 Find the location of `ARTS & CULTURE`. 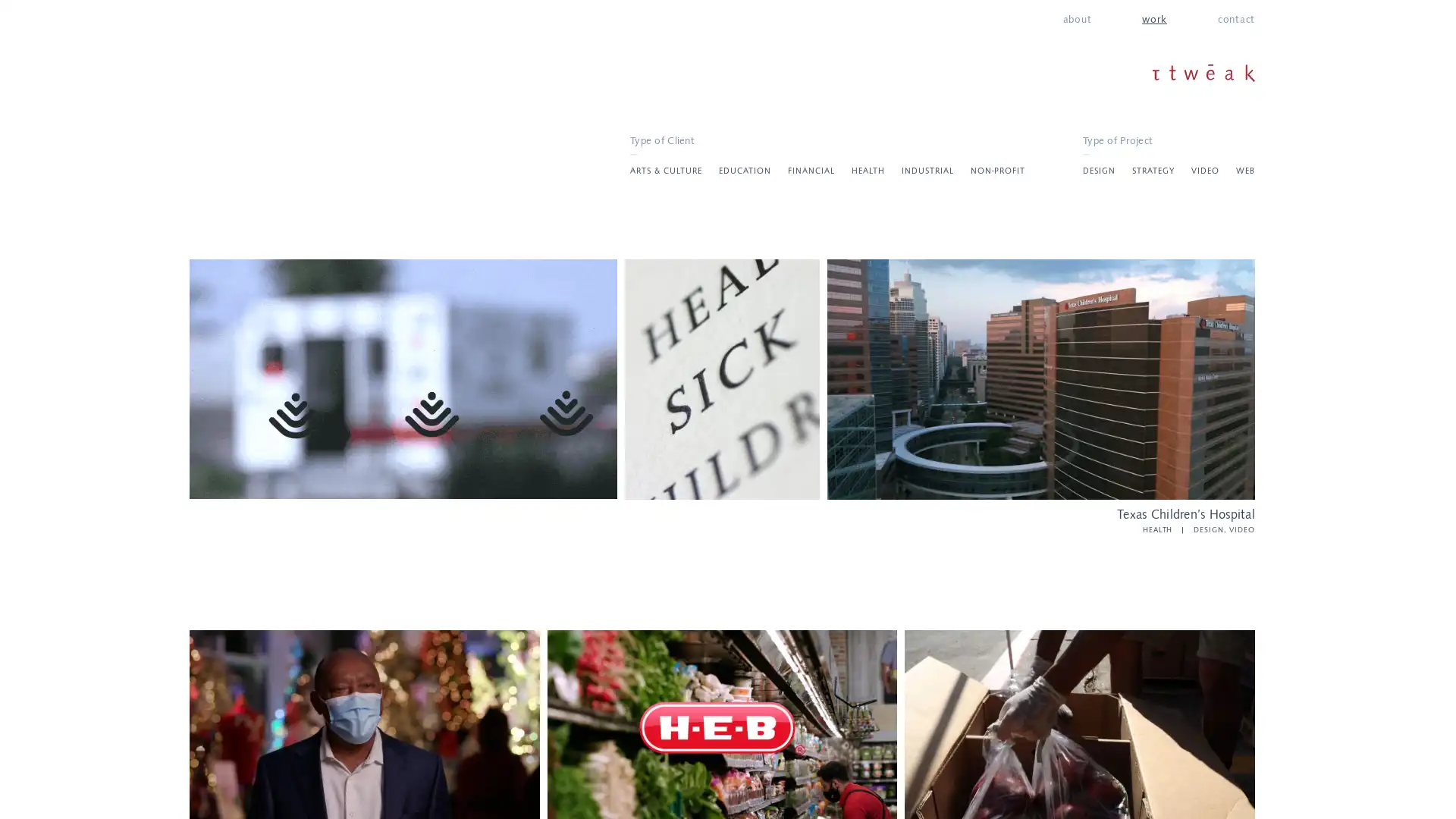

ARTS & CULTURE is located at coordinates (666, 171).